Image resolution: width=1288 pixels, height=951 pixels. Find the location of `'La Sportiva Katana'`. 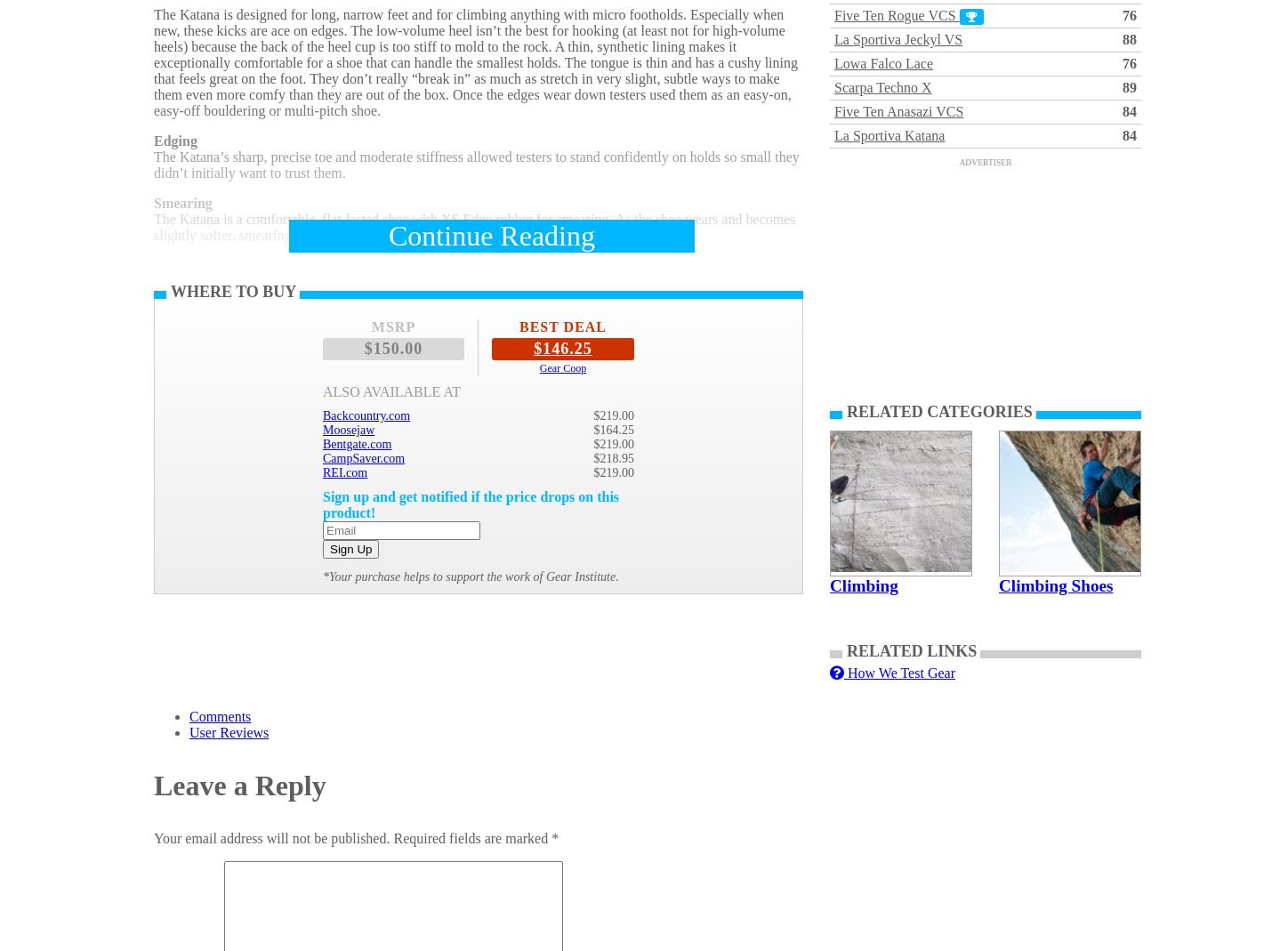

'La Sportiva Katana' is located at coordinates (888, 135).